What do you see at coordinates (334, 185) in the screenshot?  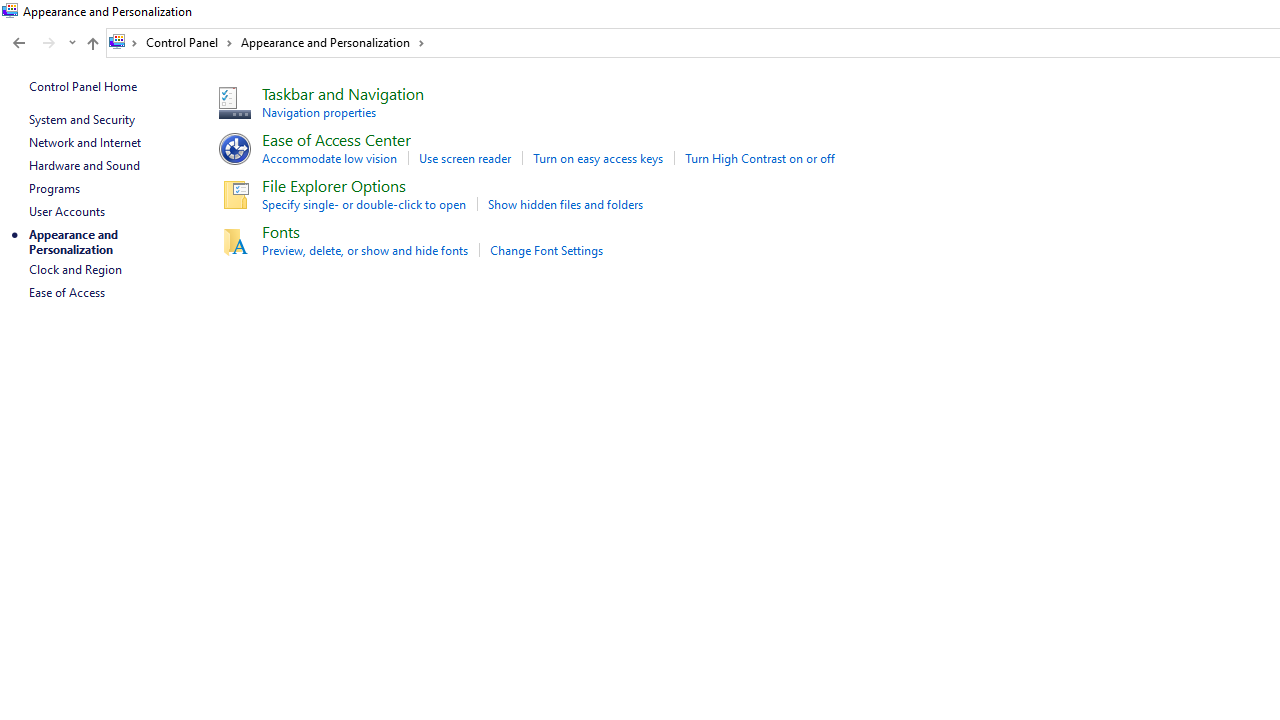 I see `'File Explorer Options'` at bounding box center [334, 185].